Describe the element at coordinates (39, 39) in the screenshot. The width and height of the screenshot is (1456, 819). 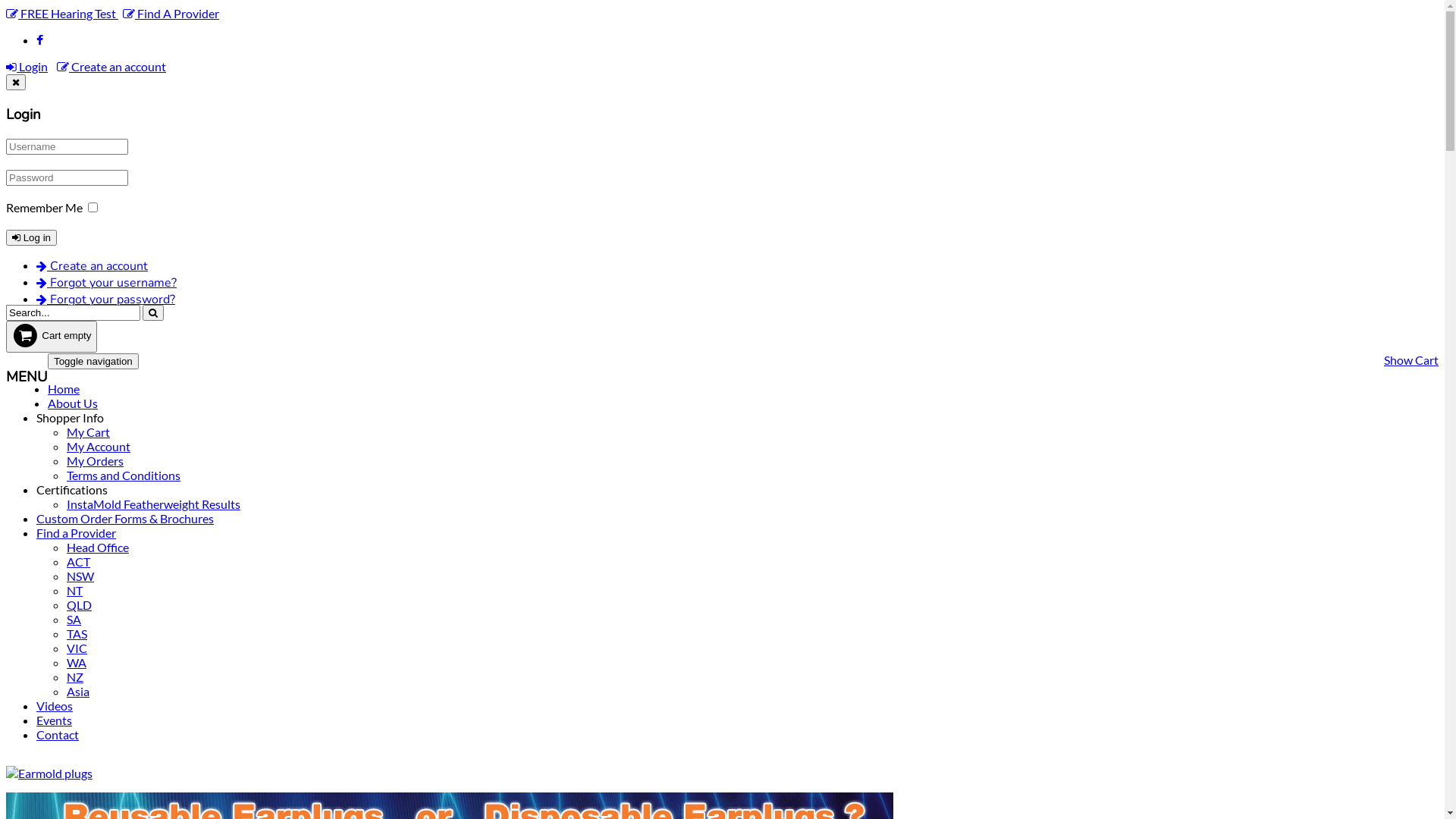
I see `'Facebook'` at that location.